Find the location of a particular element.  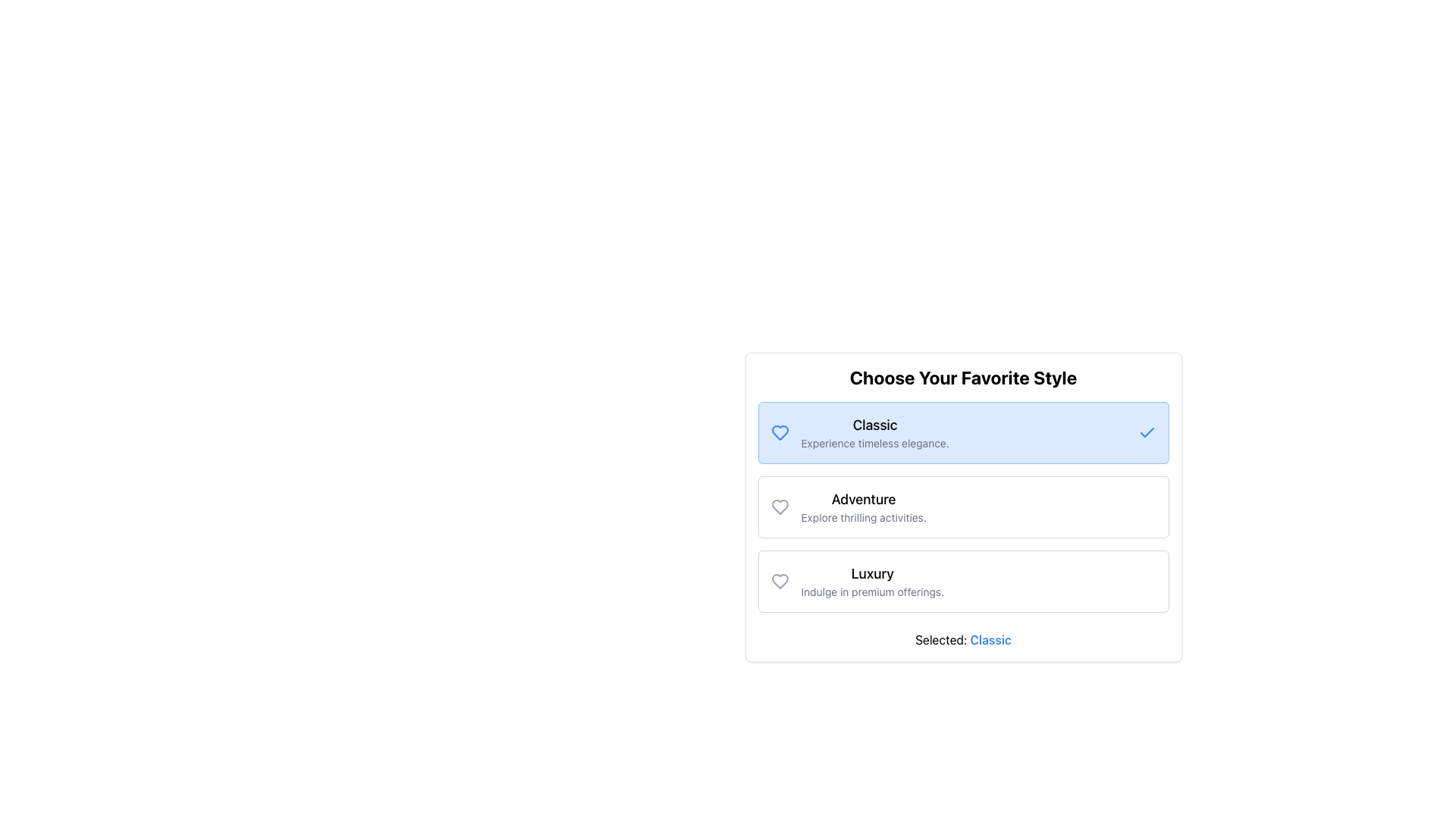

the 'Adventure' selectable card option is located at coordinates (962, 507).